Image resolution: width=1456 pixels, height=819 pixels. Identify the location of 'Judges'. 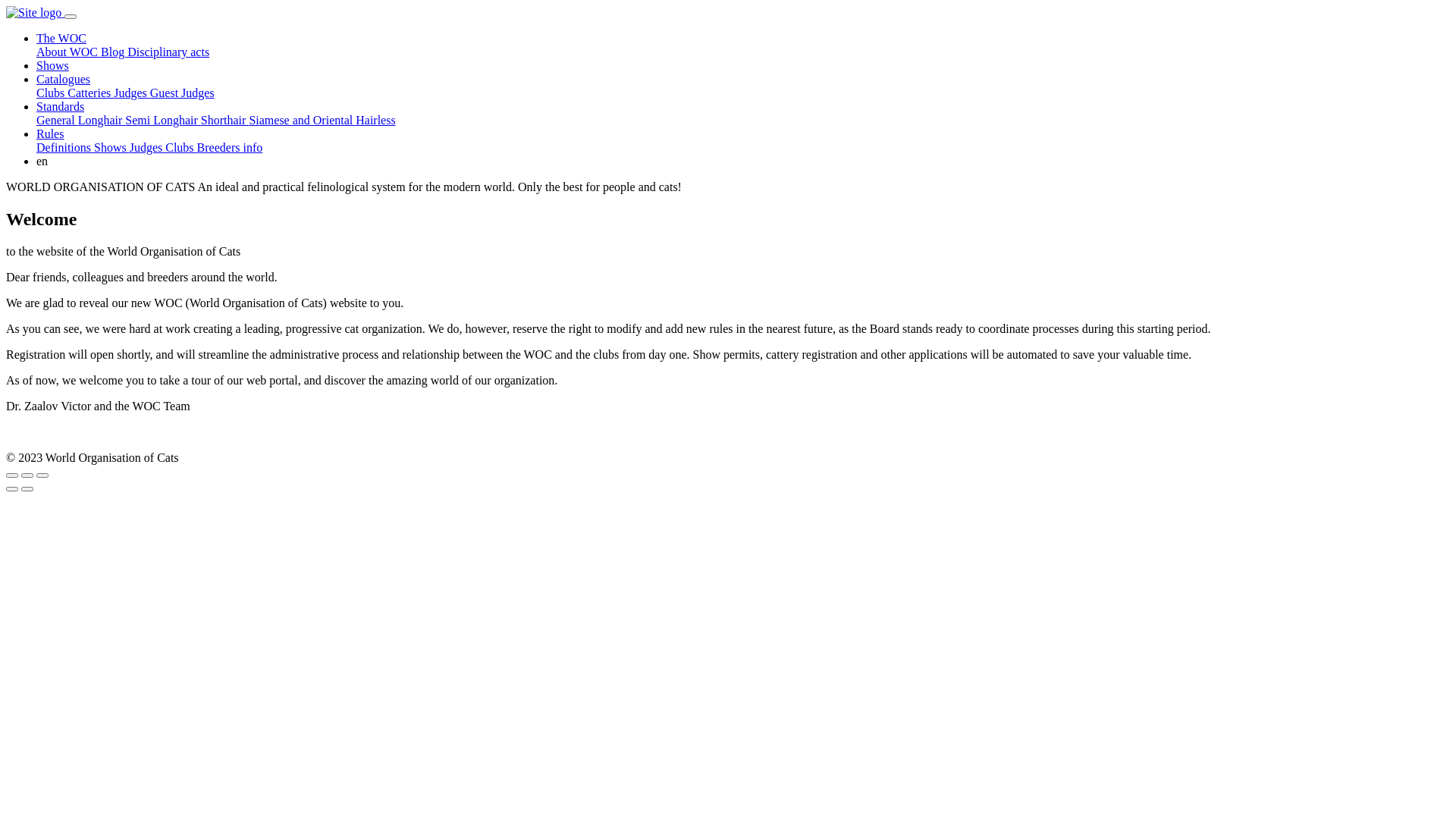
(131, 93).